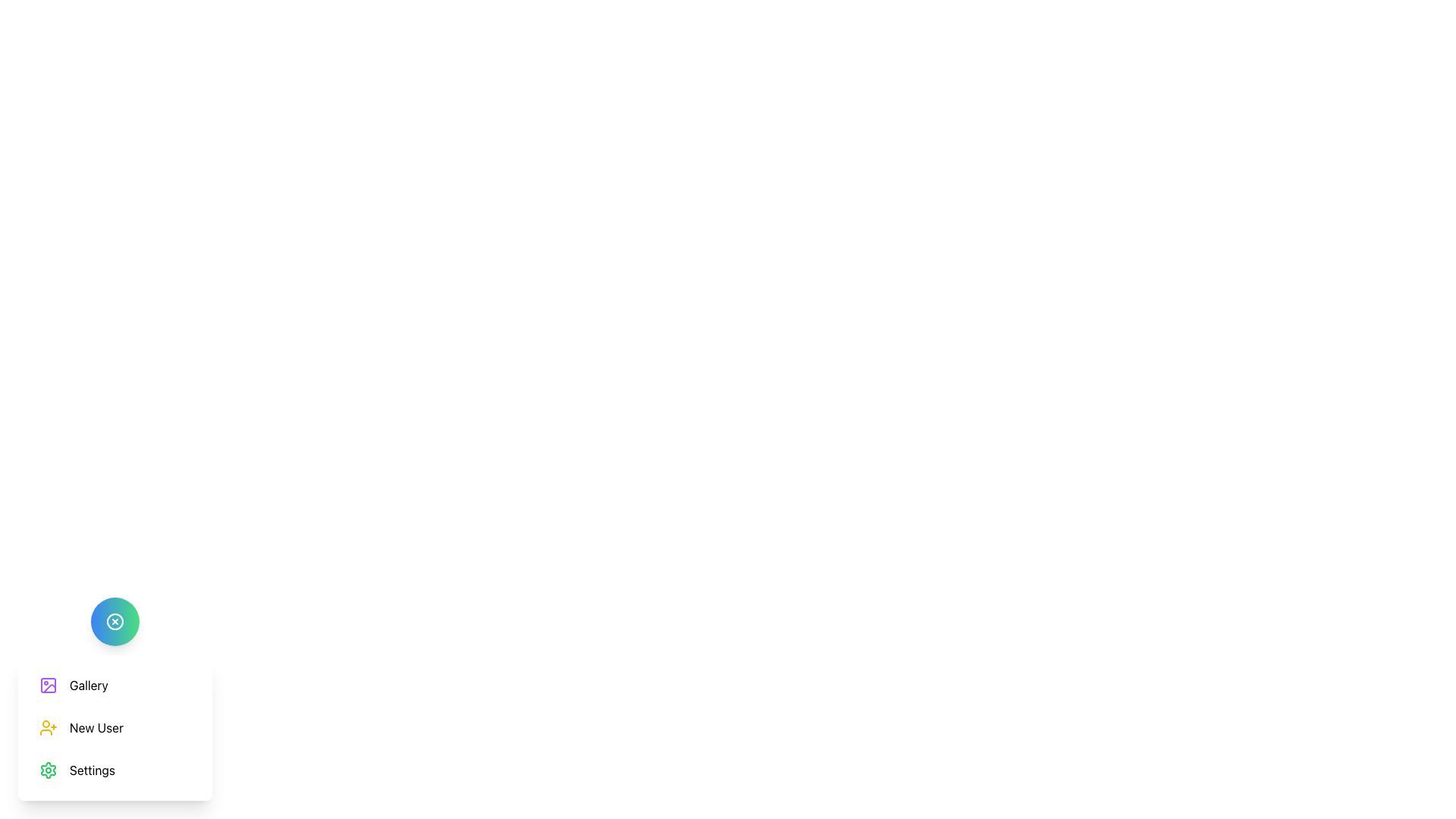 This screenshot has height=819, width=1456. Describe the element at coordinates (115, 622) in the screenshot. I see `the circular SVG icon featuring a gradient background and a red 'X' symbol, which serves as a cancel or close button, located above the menu items` at that location.